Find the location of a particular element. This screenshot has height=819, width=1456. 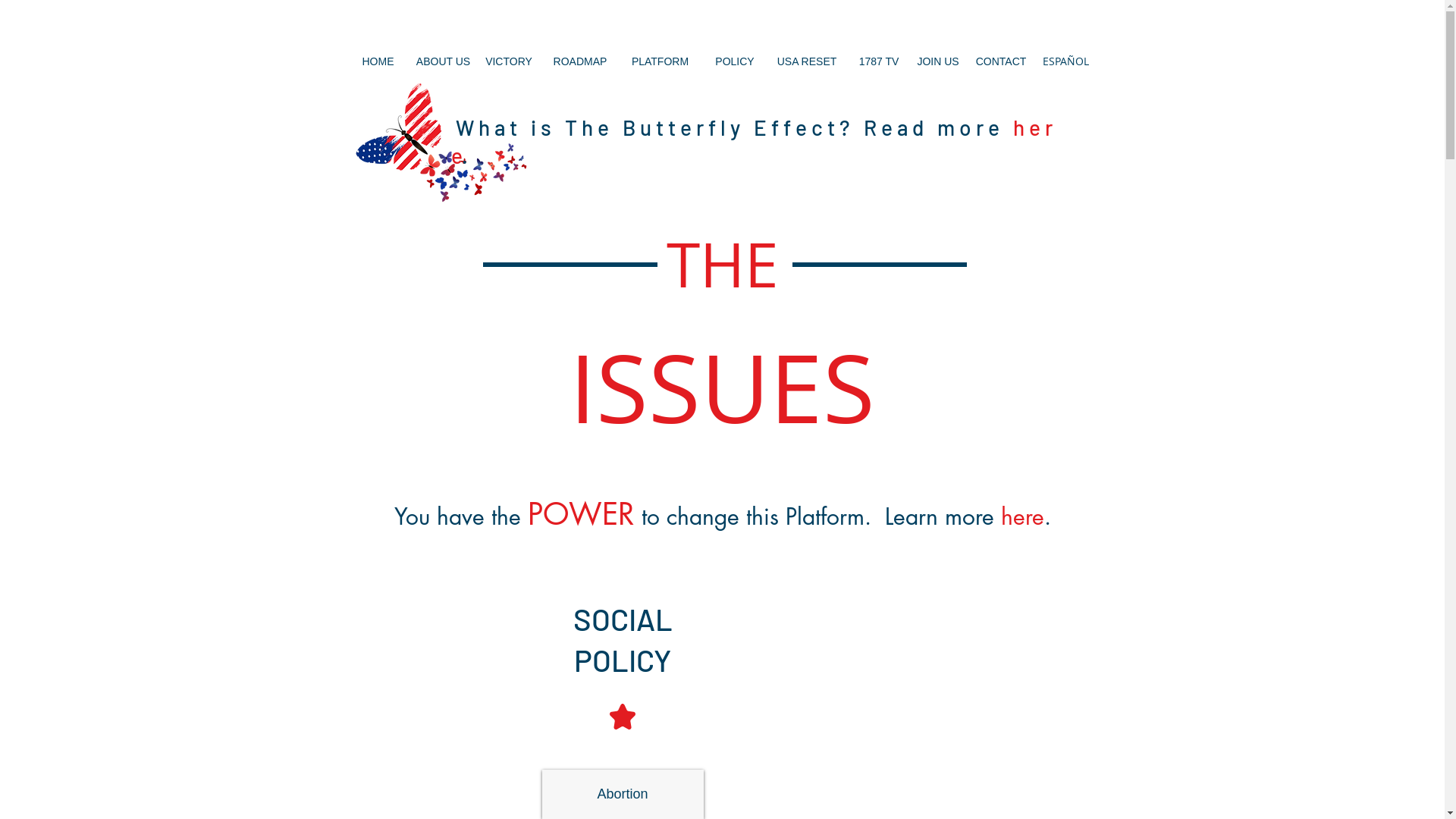

'CONTACT' is located at coordinates (1001, 60).